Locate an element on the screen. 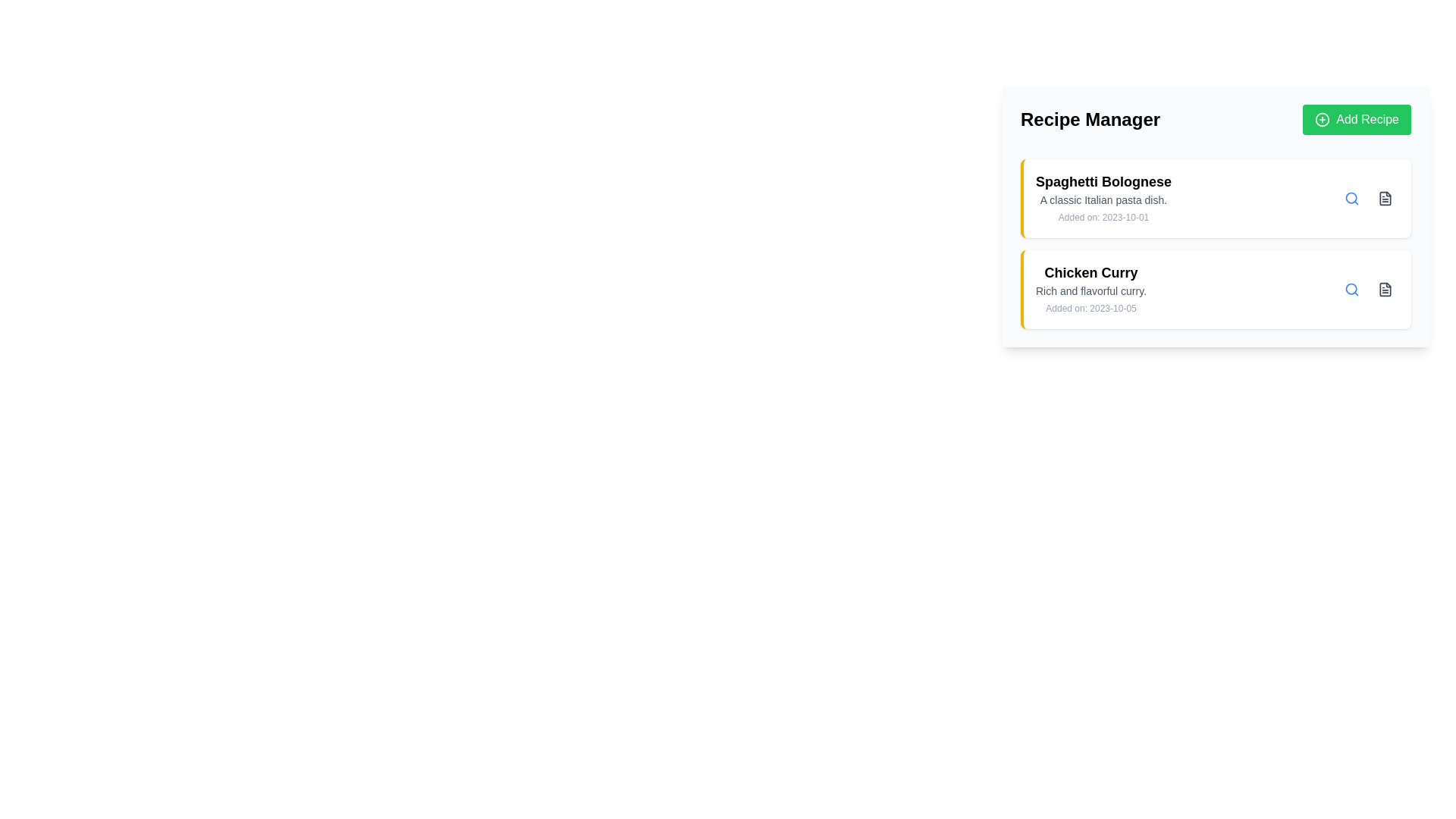 The width and height of the screenshot is (1456, 819). the circular graphic icon element that is part of the 'Add Recipe' button in the top-right section of the interface is located at coordinates (1322, 119).